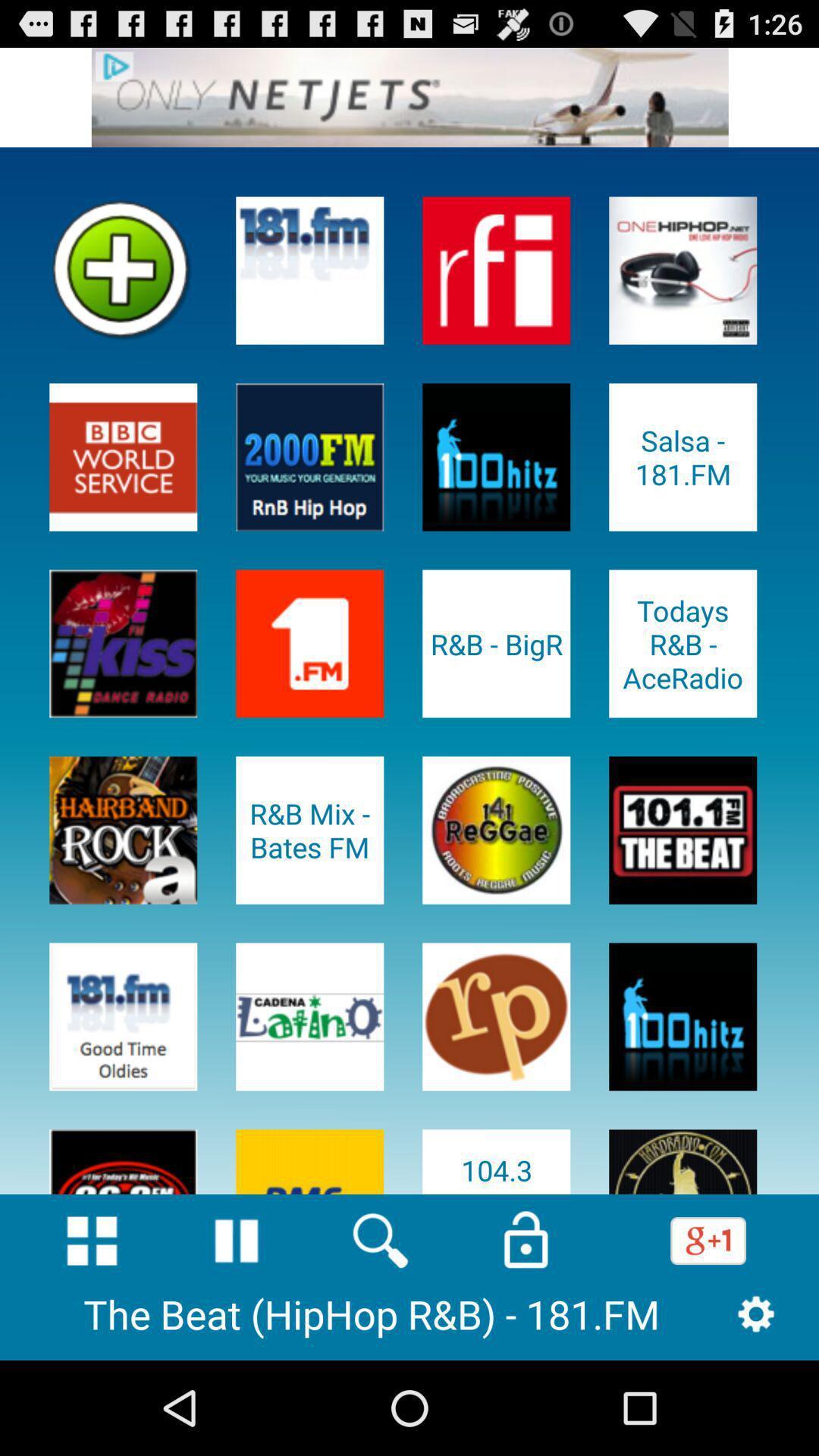 Image resolution: width=819 pixels, height=1456 pixels. Describe the element at coordinates (380, 1241) in the screenshot. I see `search for stations` at that location.